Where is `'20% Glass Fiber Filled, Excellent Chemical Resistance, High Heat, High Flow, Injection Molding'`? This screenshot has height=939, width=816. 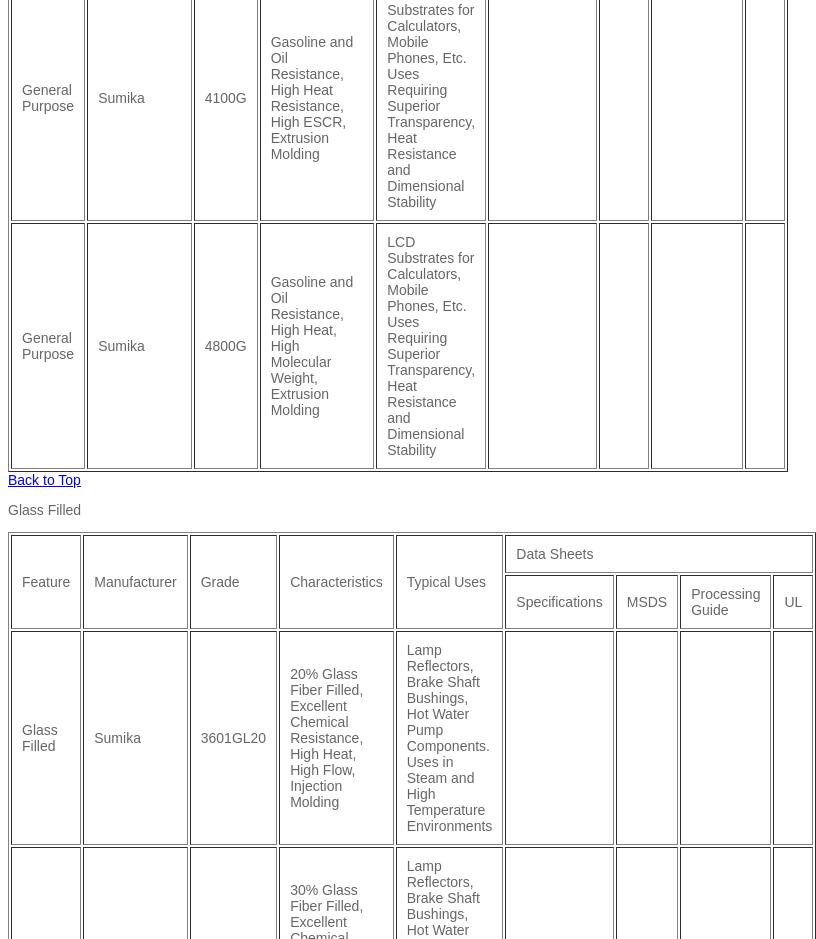
'20% Glass Fiber Filled, Excellent Chemical Resistance, High Heat, High Flow, Injection Molding' is located at coordinates (289, 737).